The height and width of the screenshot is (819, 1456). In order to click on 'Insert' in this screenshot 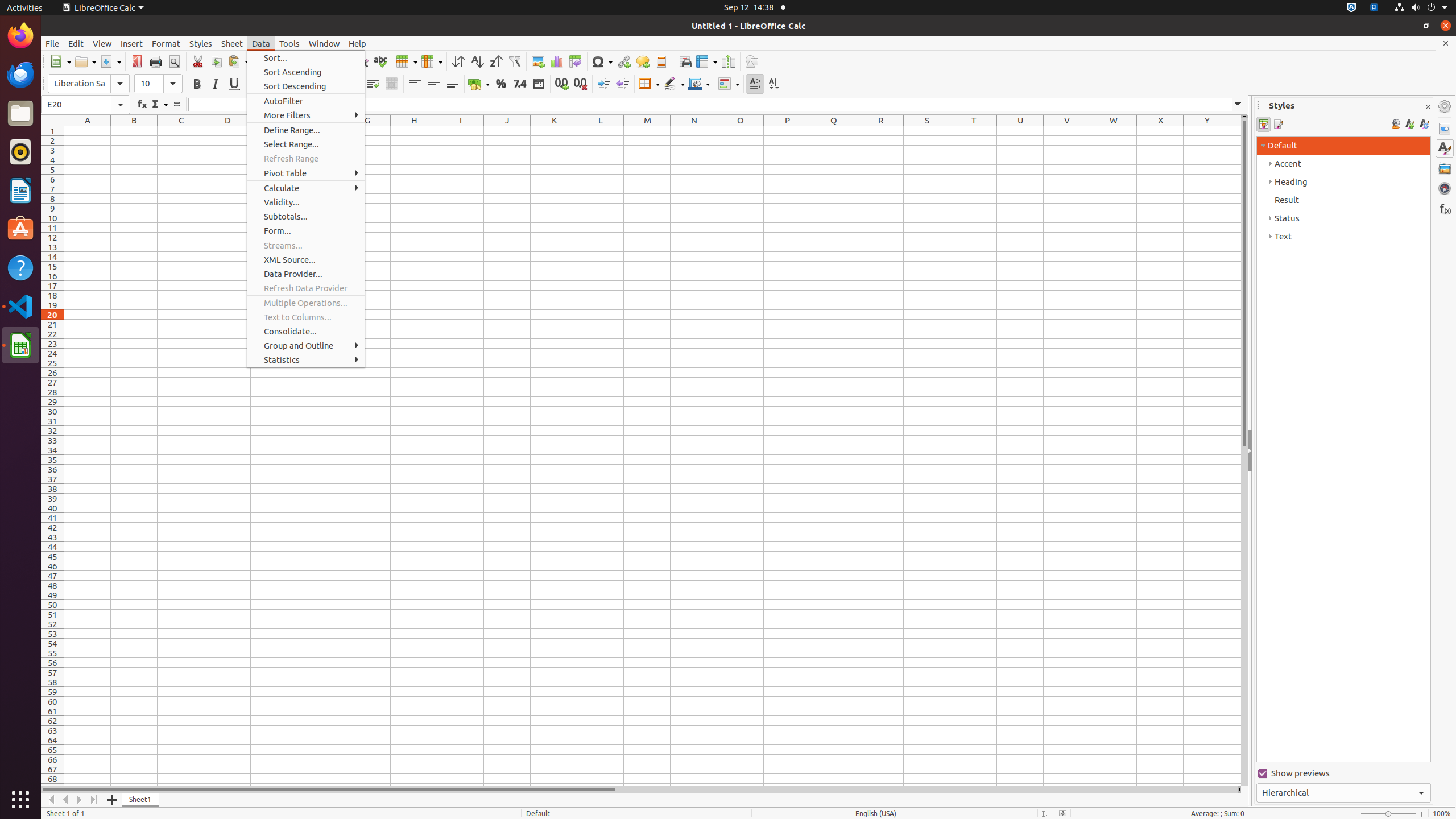, I will do `click(131, 43)`.